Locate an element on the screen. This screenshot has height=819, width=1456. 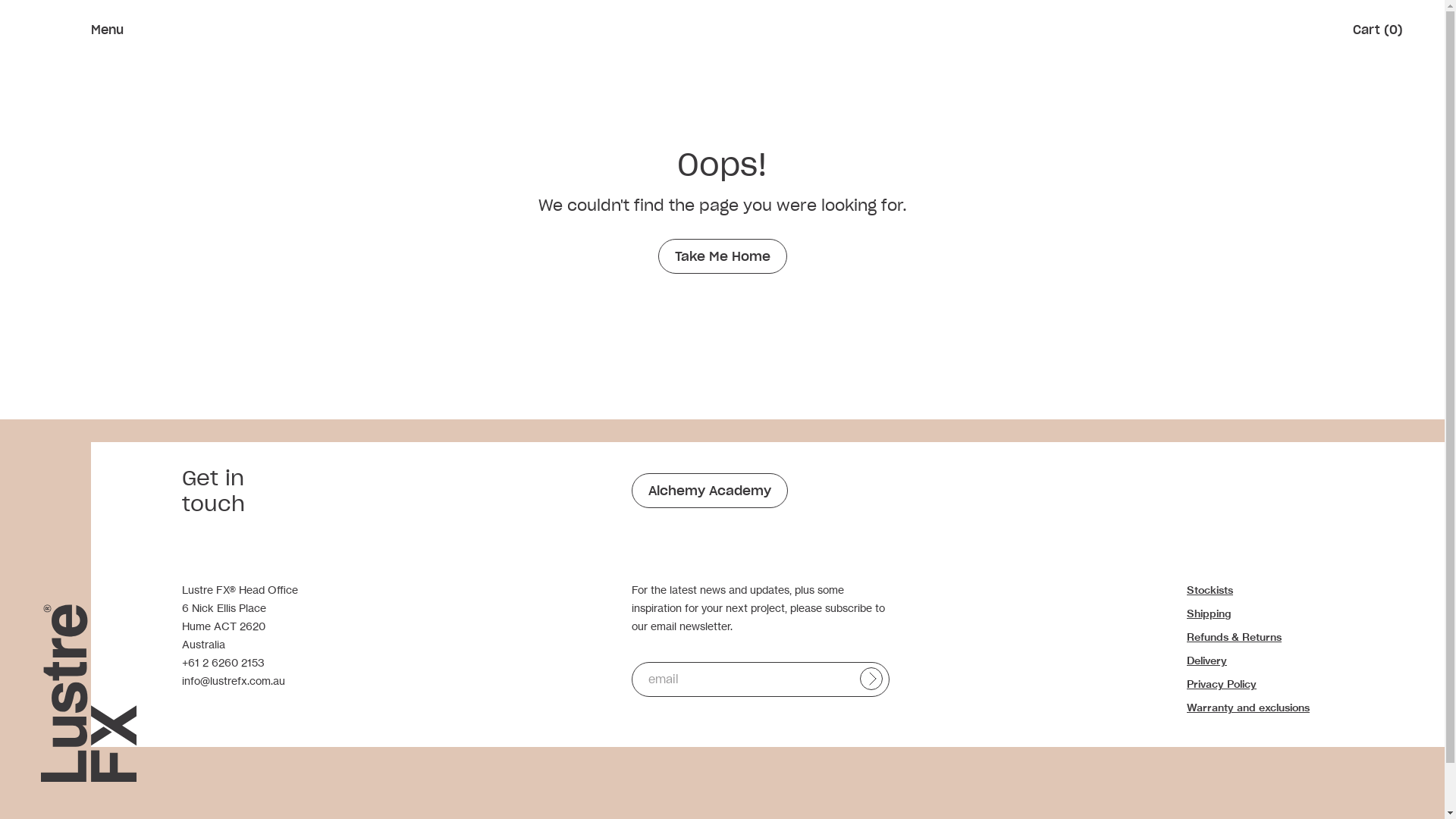
'Shipping' is located at coordinates (1185, 613).